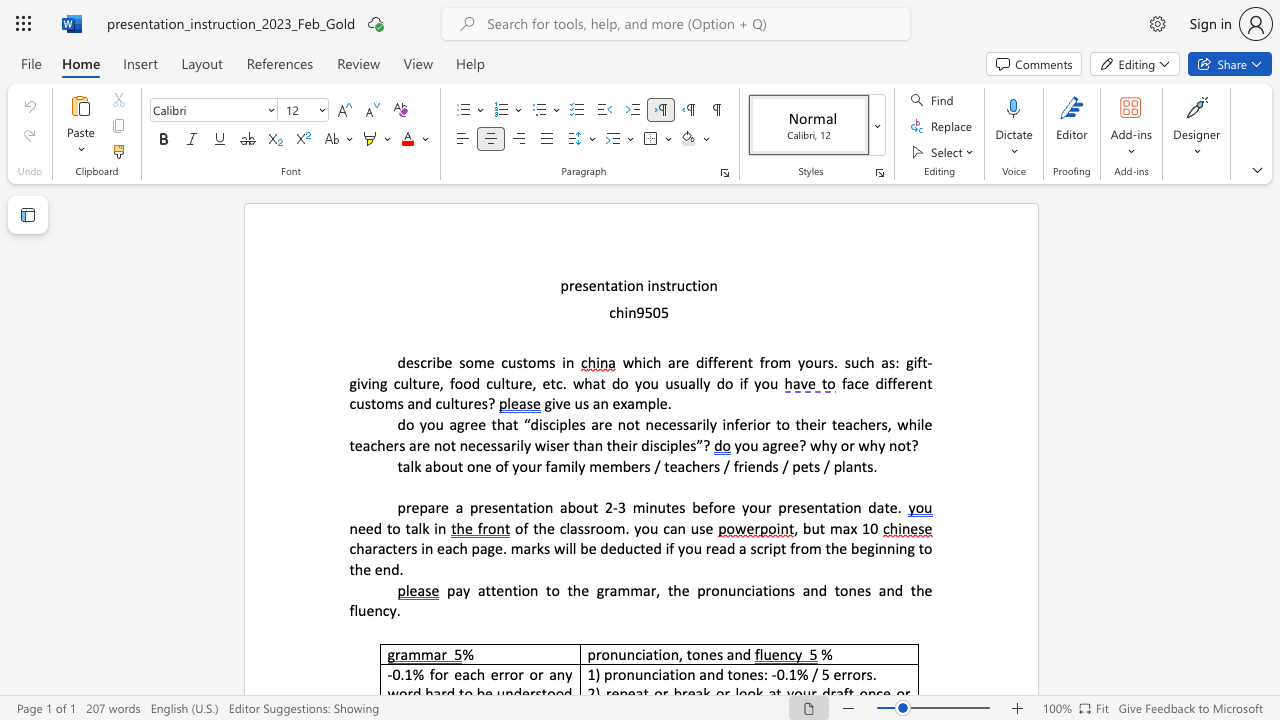 The image size is (1280, 720). I want to click on the subset text "cti" within the text "presentation instruction", so click(685, 285).